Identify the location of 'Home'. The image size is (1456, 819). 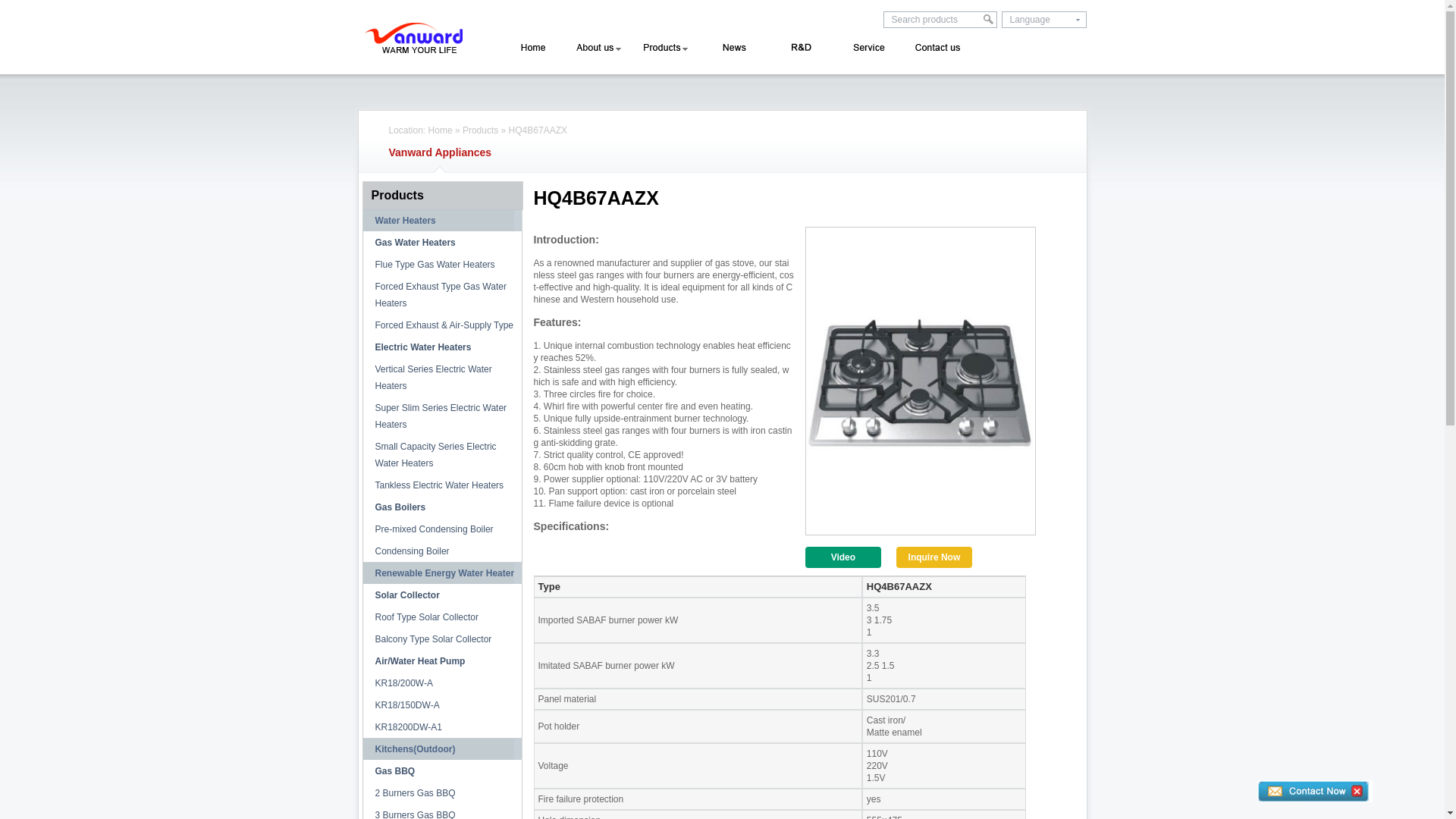
(533, 47).